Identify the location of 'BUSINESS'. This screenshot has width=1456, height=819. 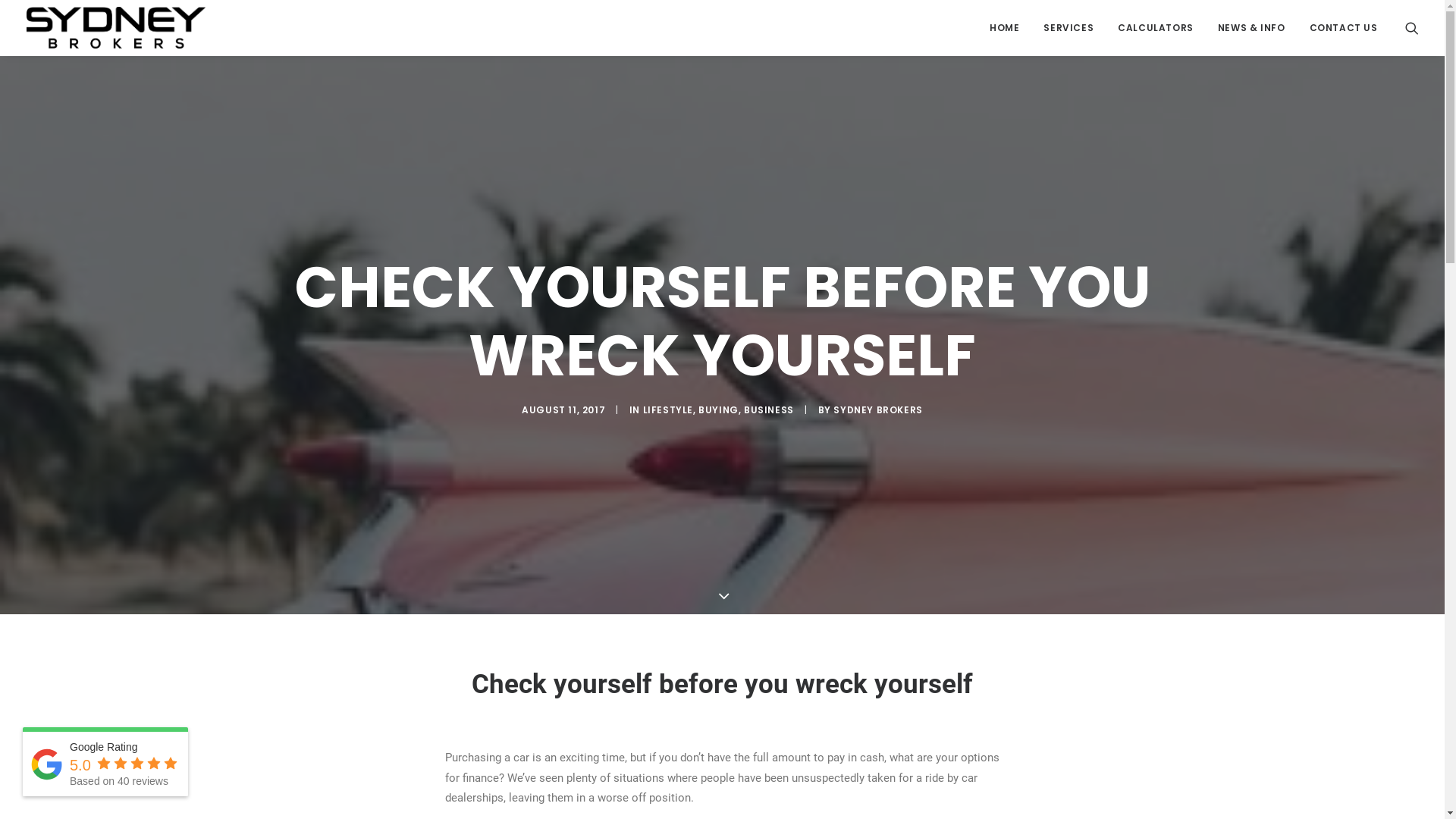
(768, 409).